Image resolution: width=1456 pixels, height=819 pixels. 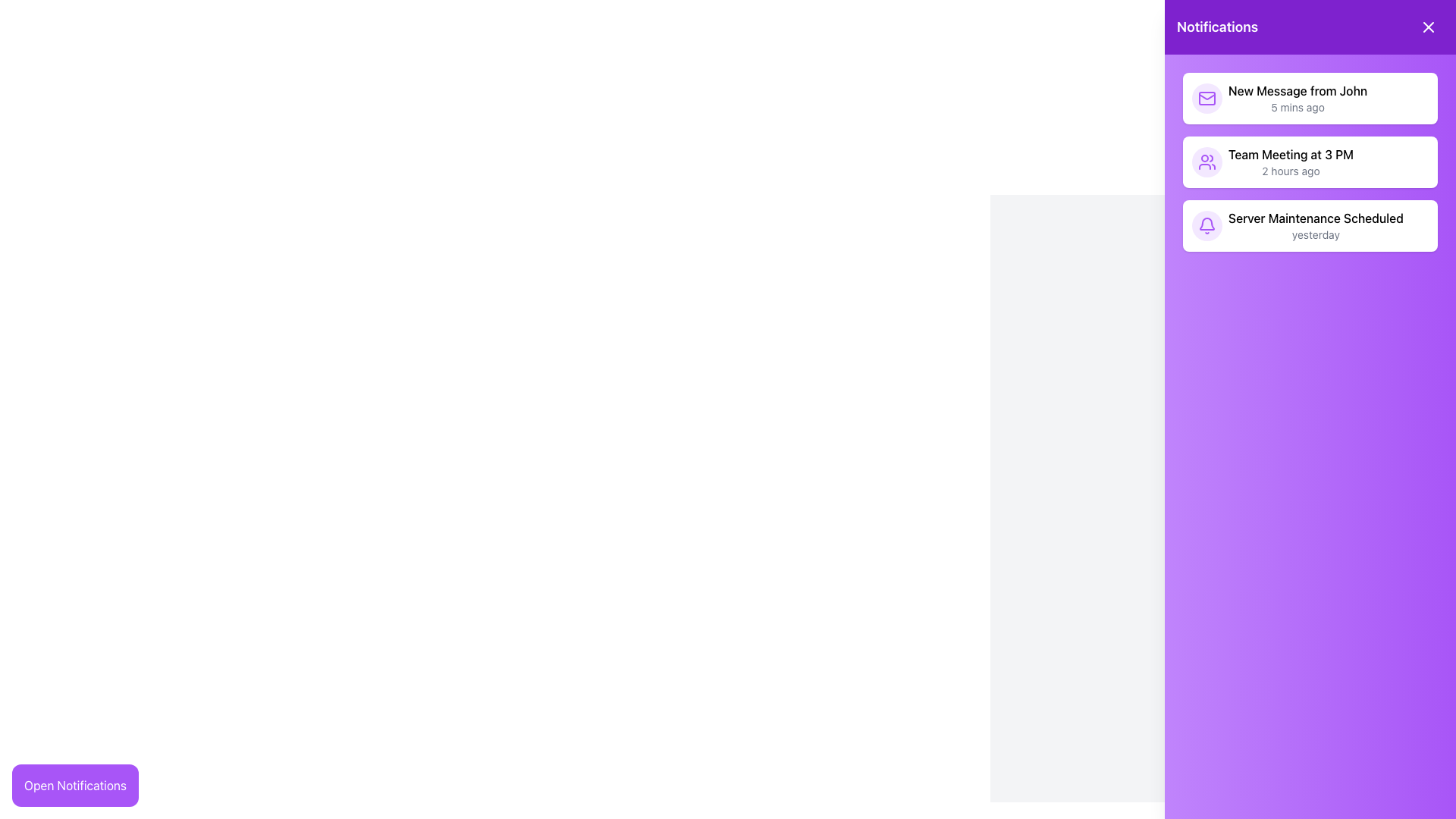 What do you see at coordinates (1427, 27) in the screenshot?
I see `the decorative close icon (x icon) button located in the top-right corner of the purple notification panel` at bounding box center [1427, 27].